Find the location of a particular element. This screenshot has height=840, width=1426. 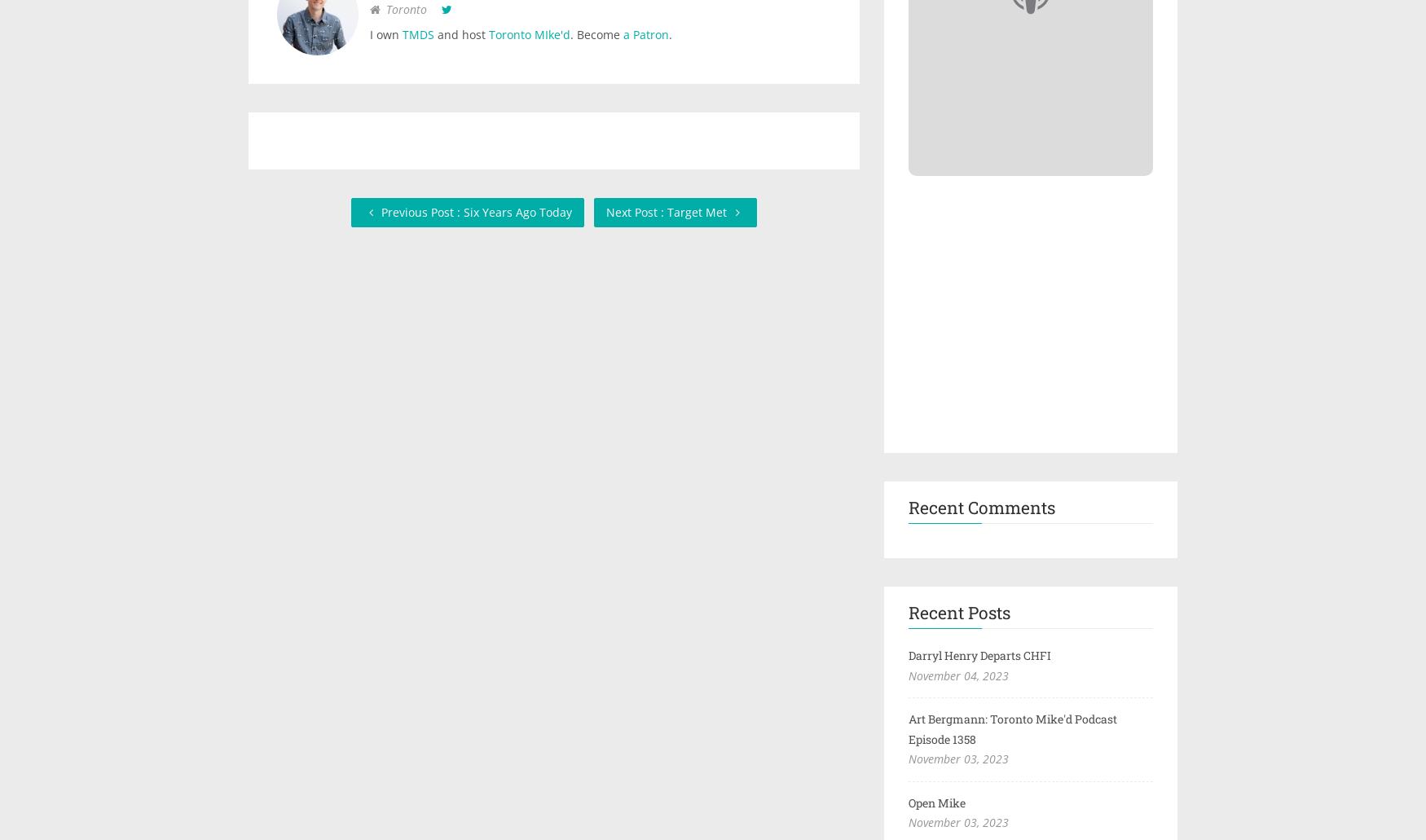

'and host' is located at coordinates (461, 34).